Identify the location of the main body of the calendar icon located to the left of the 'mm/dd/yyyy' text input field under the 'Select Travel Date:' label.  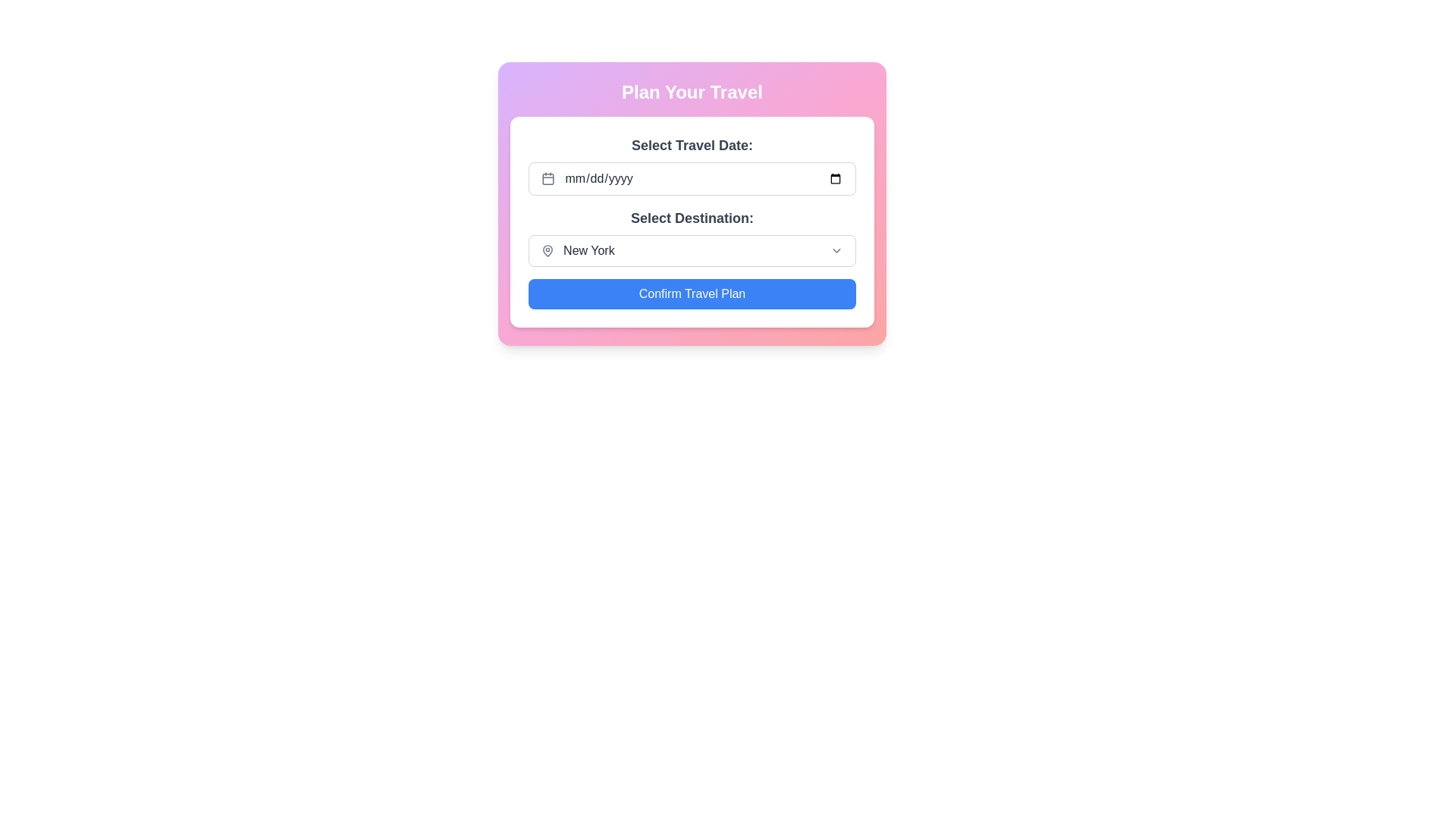
(548, 178).